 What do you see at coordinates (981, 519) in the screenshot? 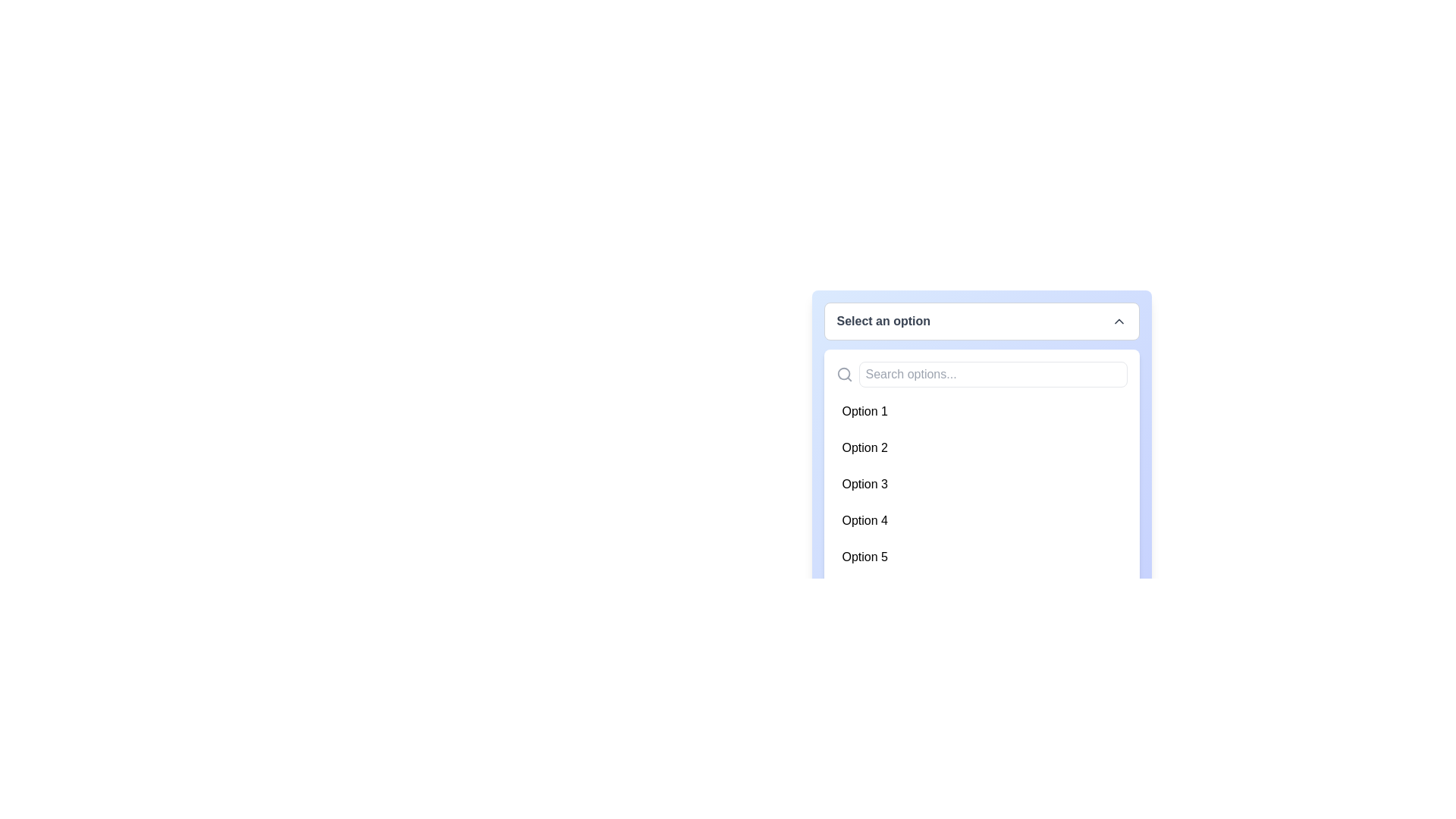
I see `the fourth item in the dropdown menu` at bounding box center [981, 519].